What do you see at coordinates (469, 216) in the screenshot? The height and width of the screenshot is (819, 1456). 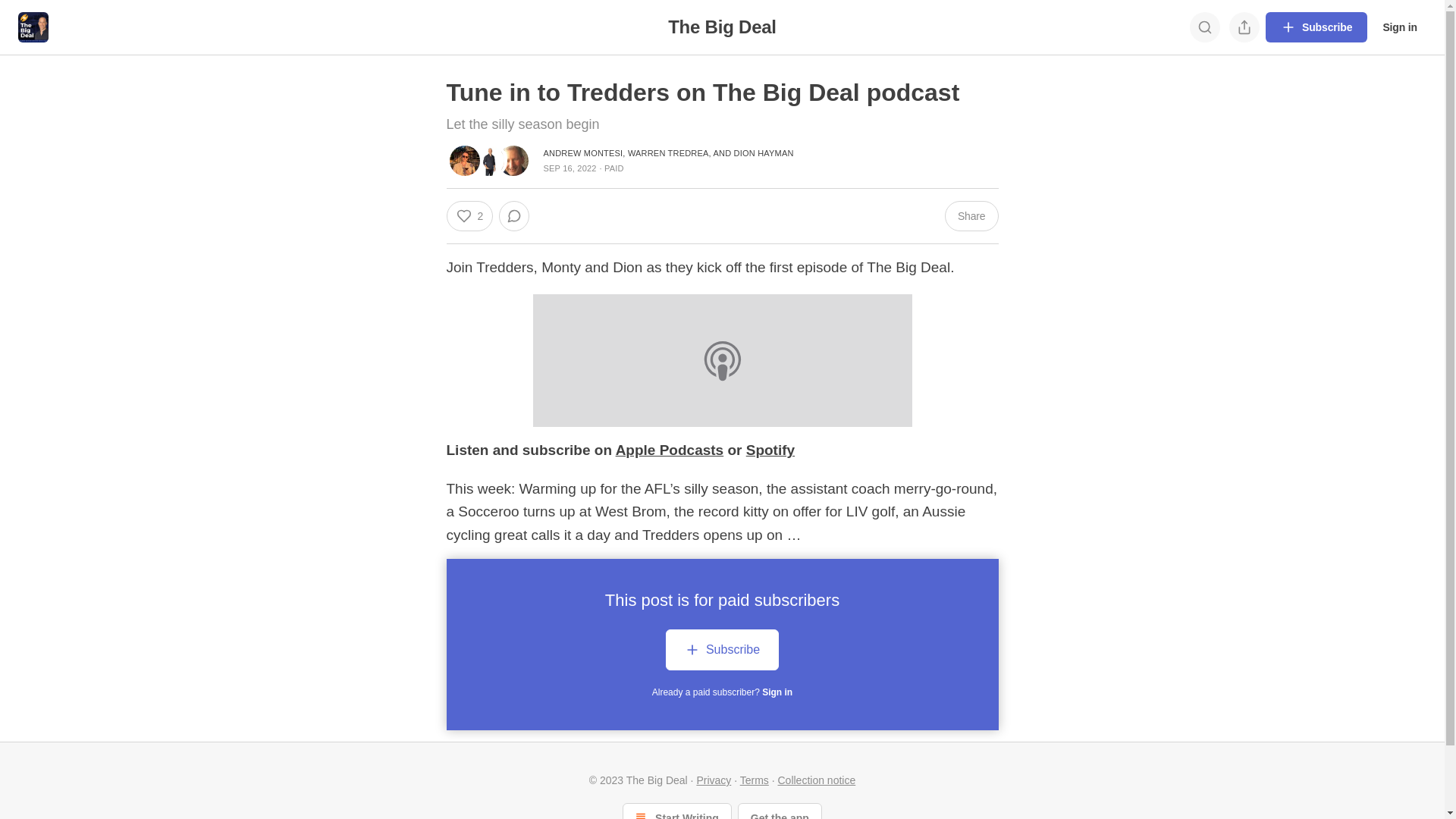 I see `'2'` at bounding box center [469, 216].